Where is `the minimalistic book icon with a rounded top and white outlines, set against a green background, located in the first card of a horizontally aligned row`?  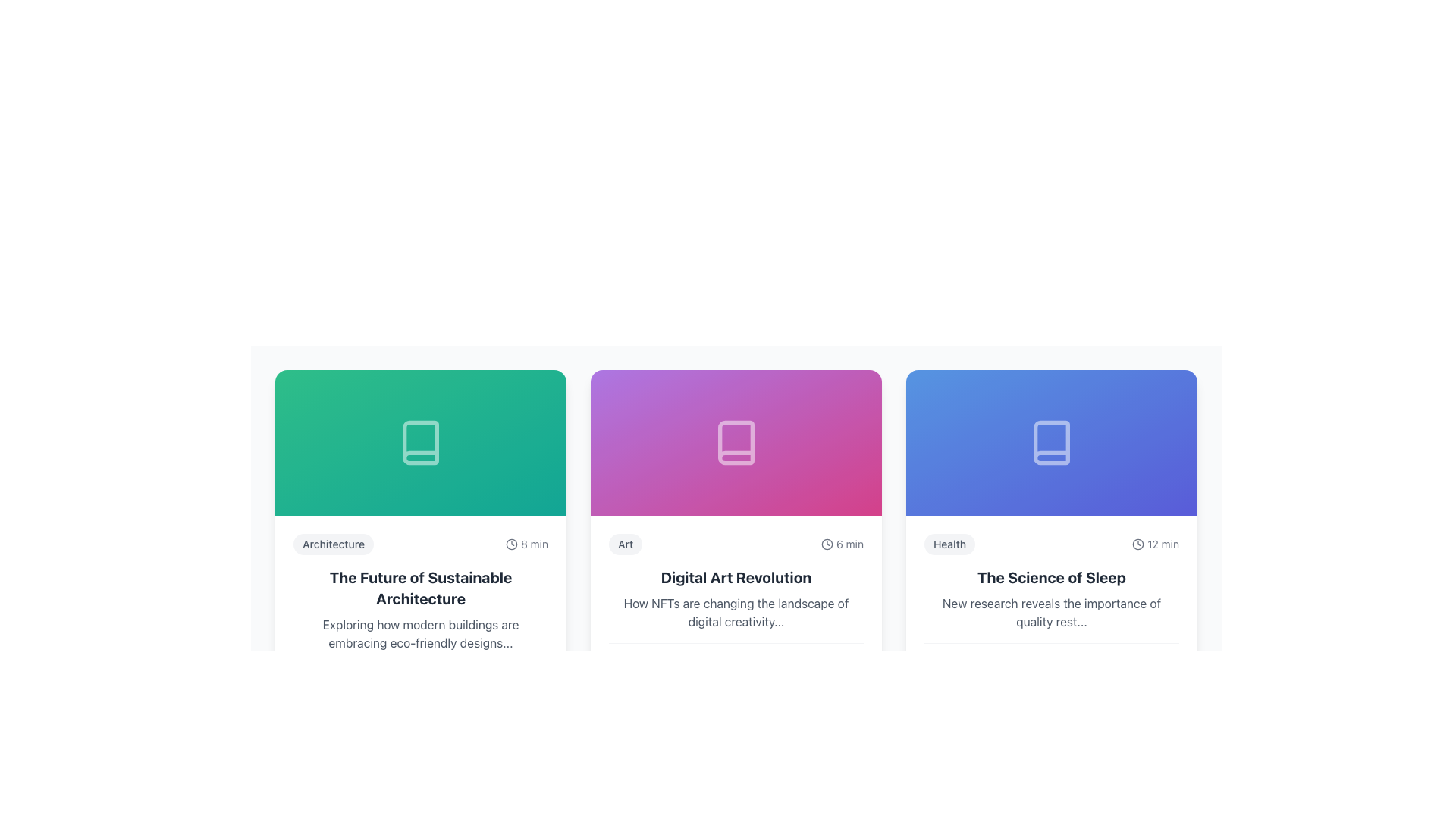
the minimalistic book icon with a rounded top and white outlines, set against a green background, located in the first card of a horizontally aligned row is located at coordinates (421, 442).